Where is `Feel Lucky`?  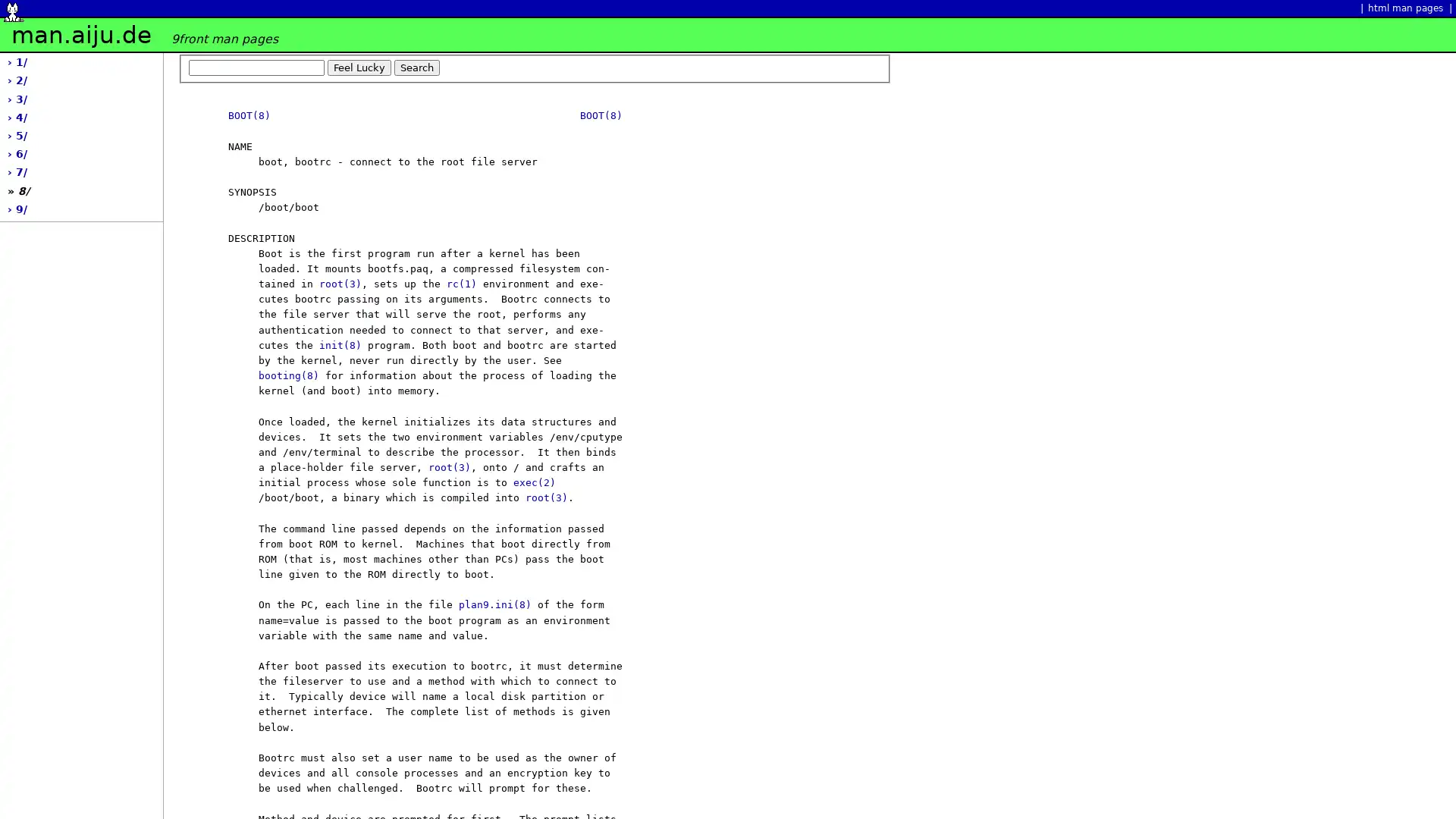 Feel Lucky is located at coordinates (359, 66).